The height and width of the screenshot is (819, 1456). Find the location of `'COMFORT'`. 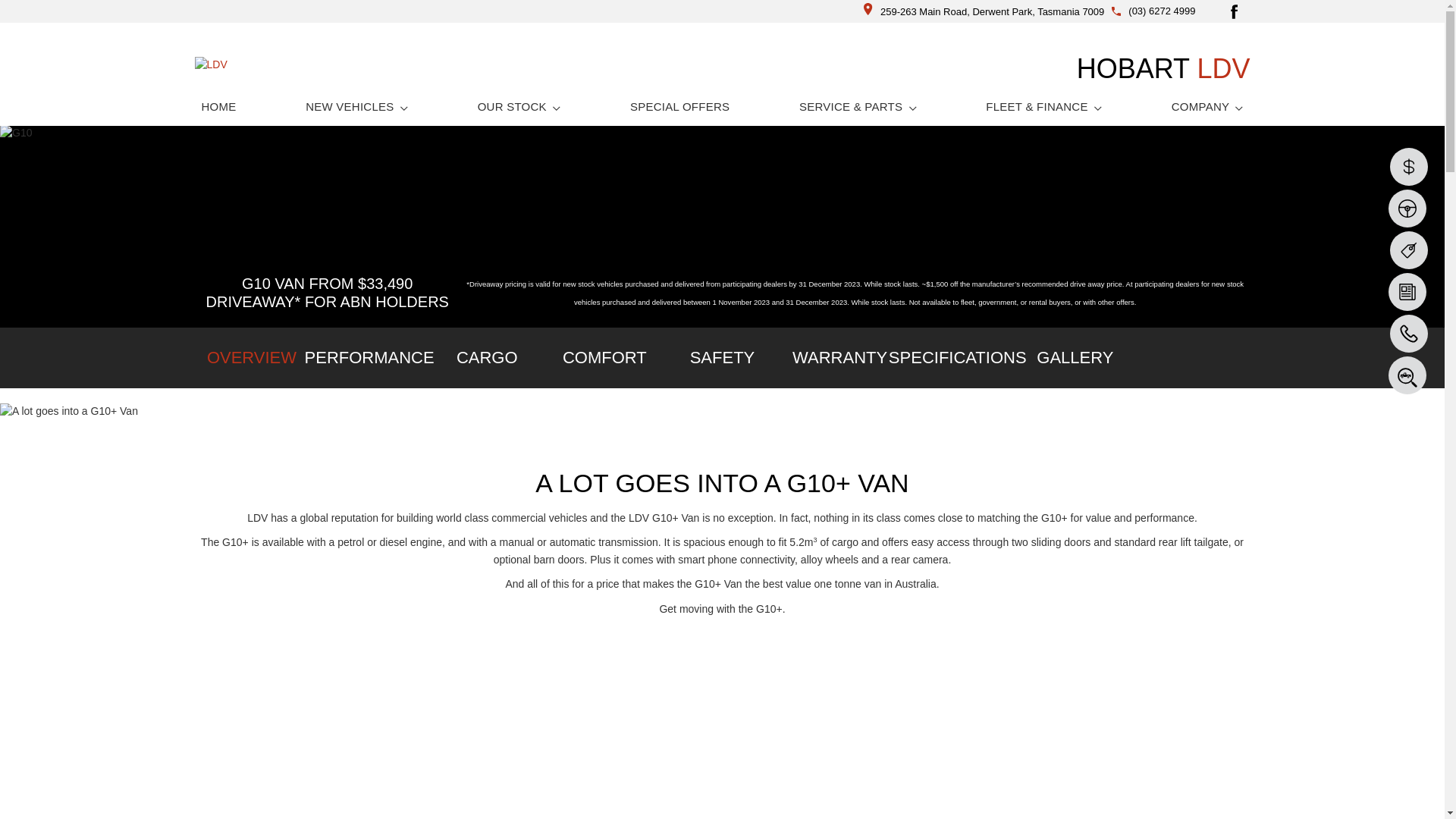

'COMFORT' is located at coordinates (546, 357).